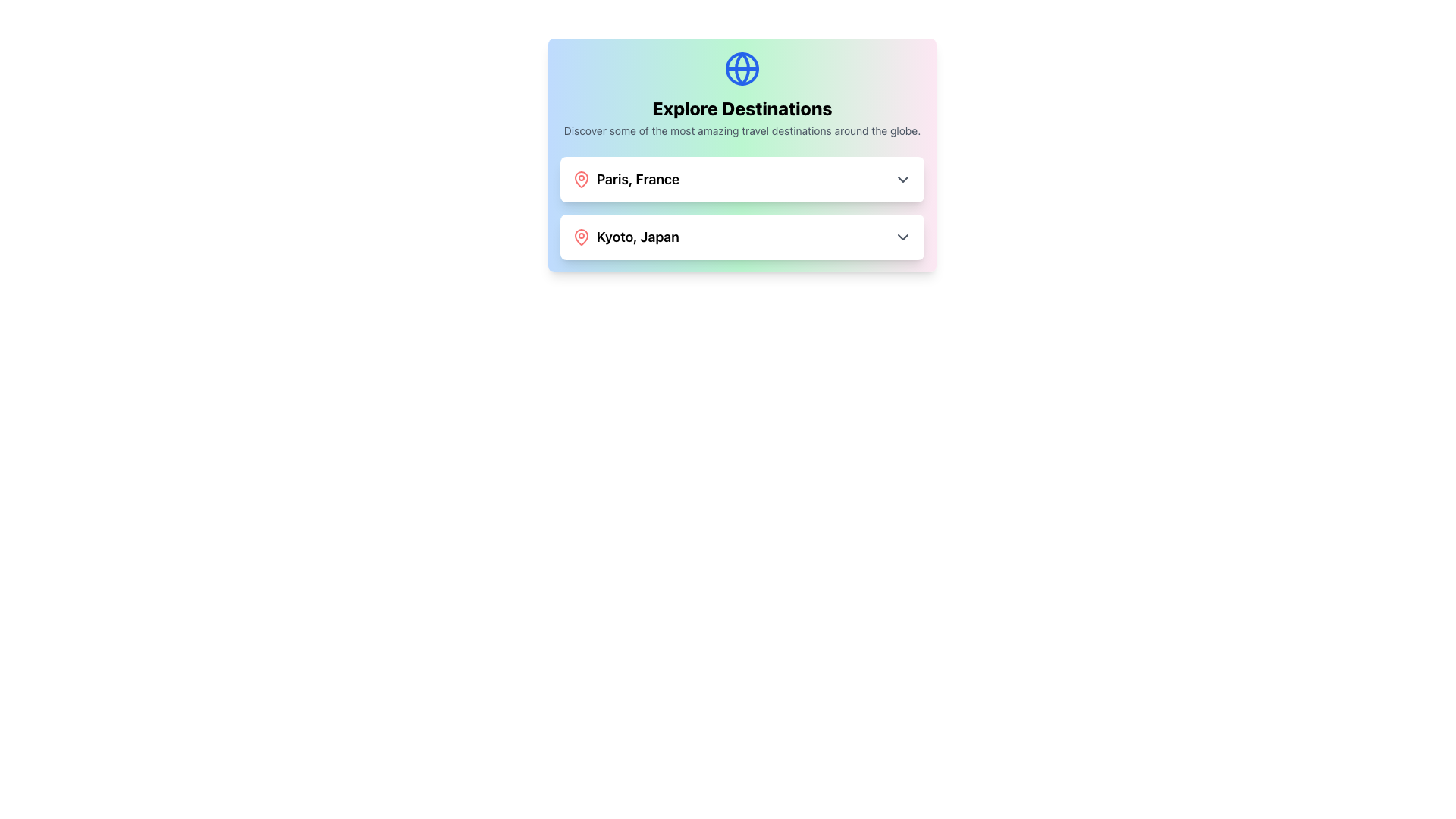 The image size is (1456, 819). What do you see at coordinates (742, 178) in the screenshot?
I see `the 'Paris, France' option in the dropdown menu` at bounding box center [742, 178].